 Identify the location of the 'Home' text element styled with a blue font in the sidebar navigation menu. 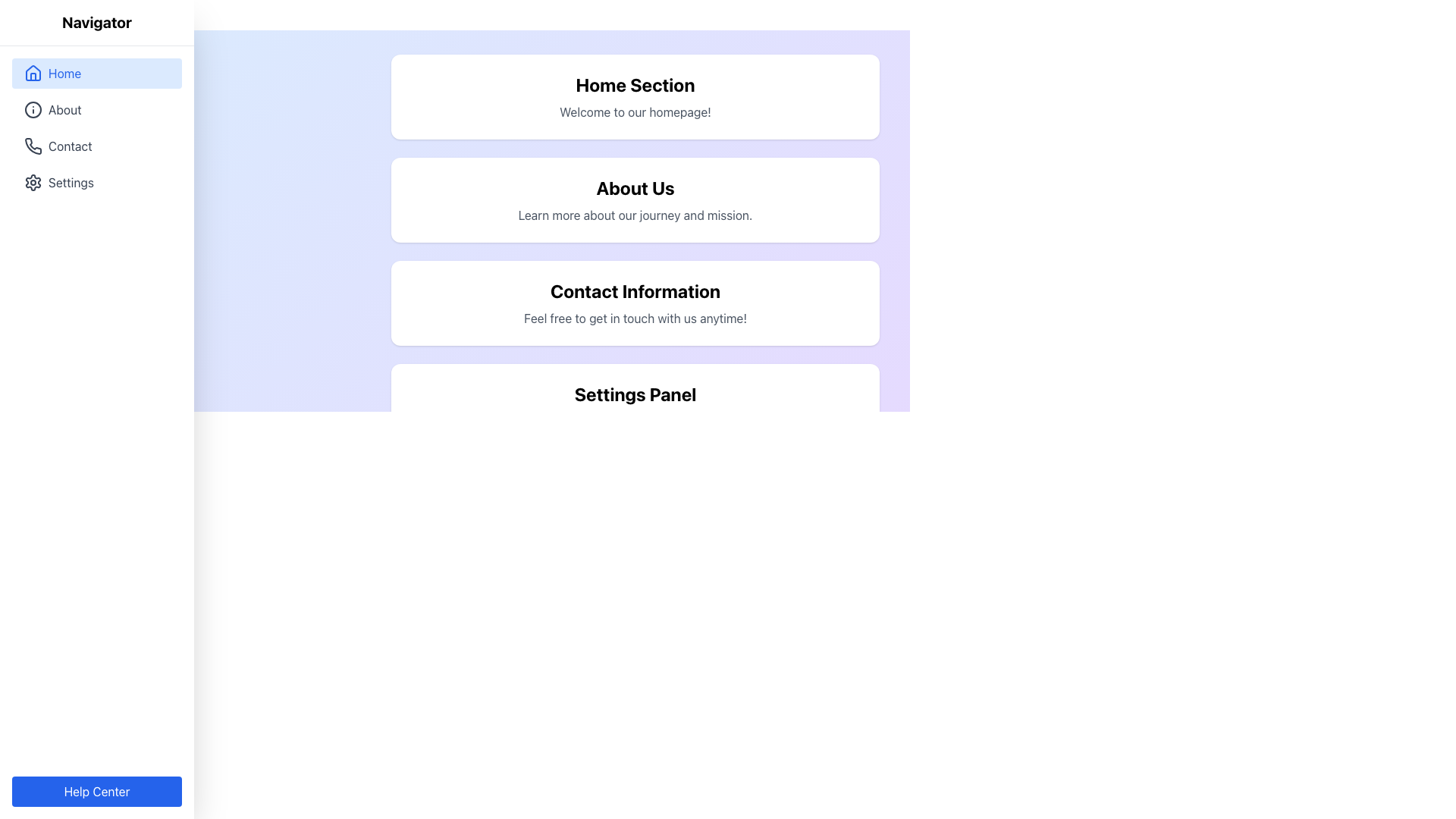
(64, 73).